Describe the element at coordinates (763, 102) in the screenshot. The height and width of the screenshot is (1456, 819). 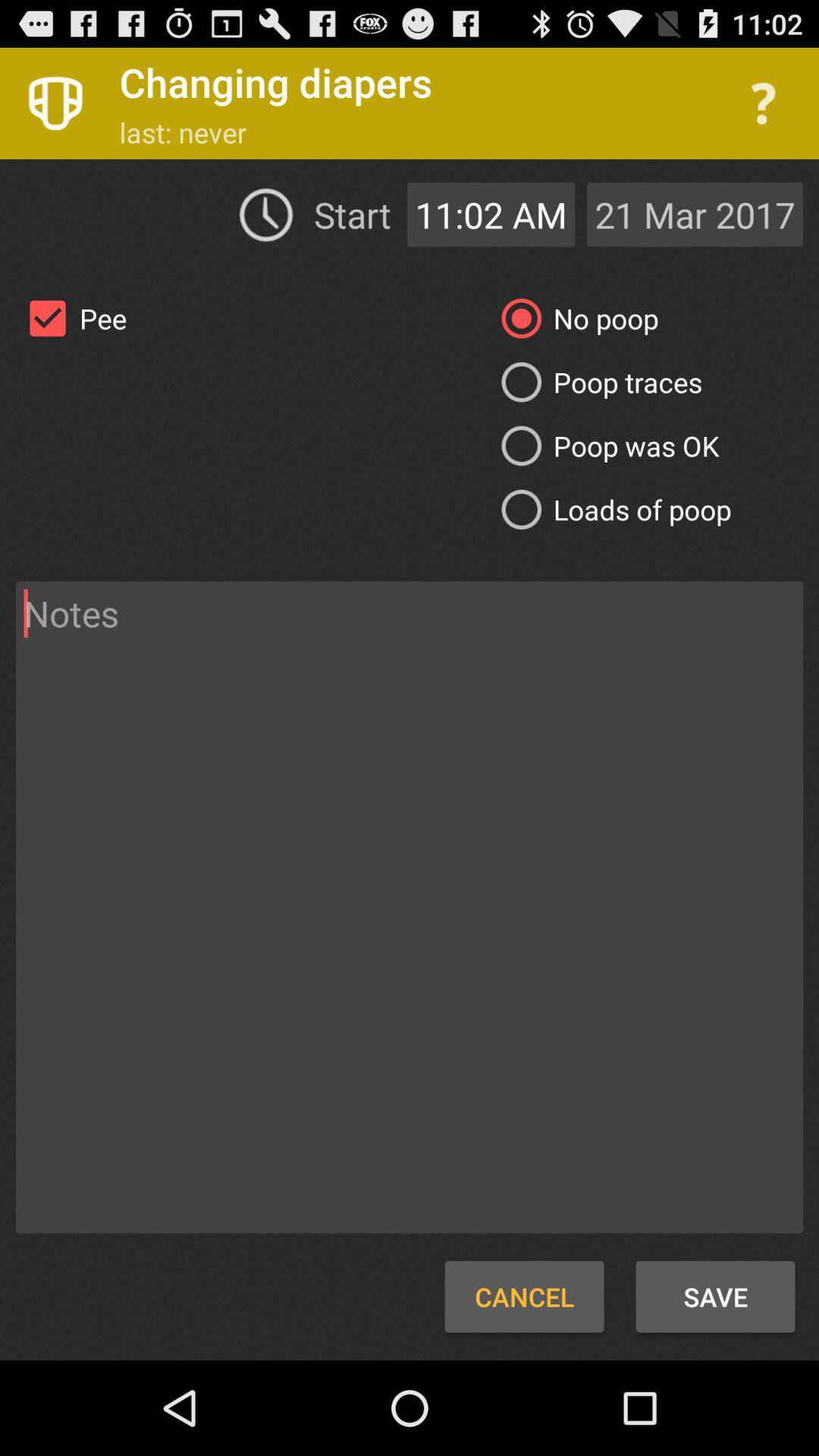
I see `item to the right of changing diapers` at that location.